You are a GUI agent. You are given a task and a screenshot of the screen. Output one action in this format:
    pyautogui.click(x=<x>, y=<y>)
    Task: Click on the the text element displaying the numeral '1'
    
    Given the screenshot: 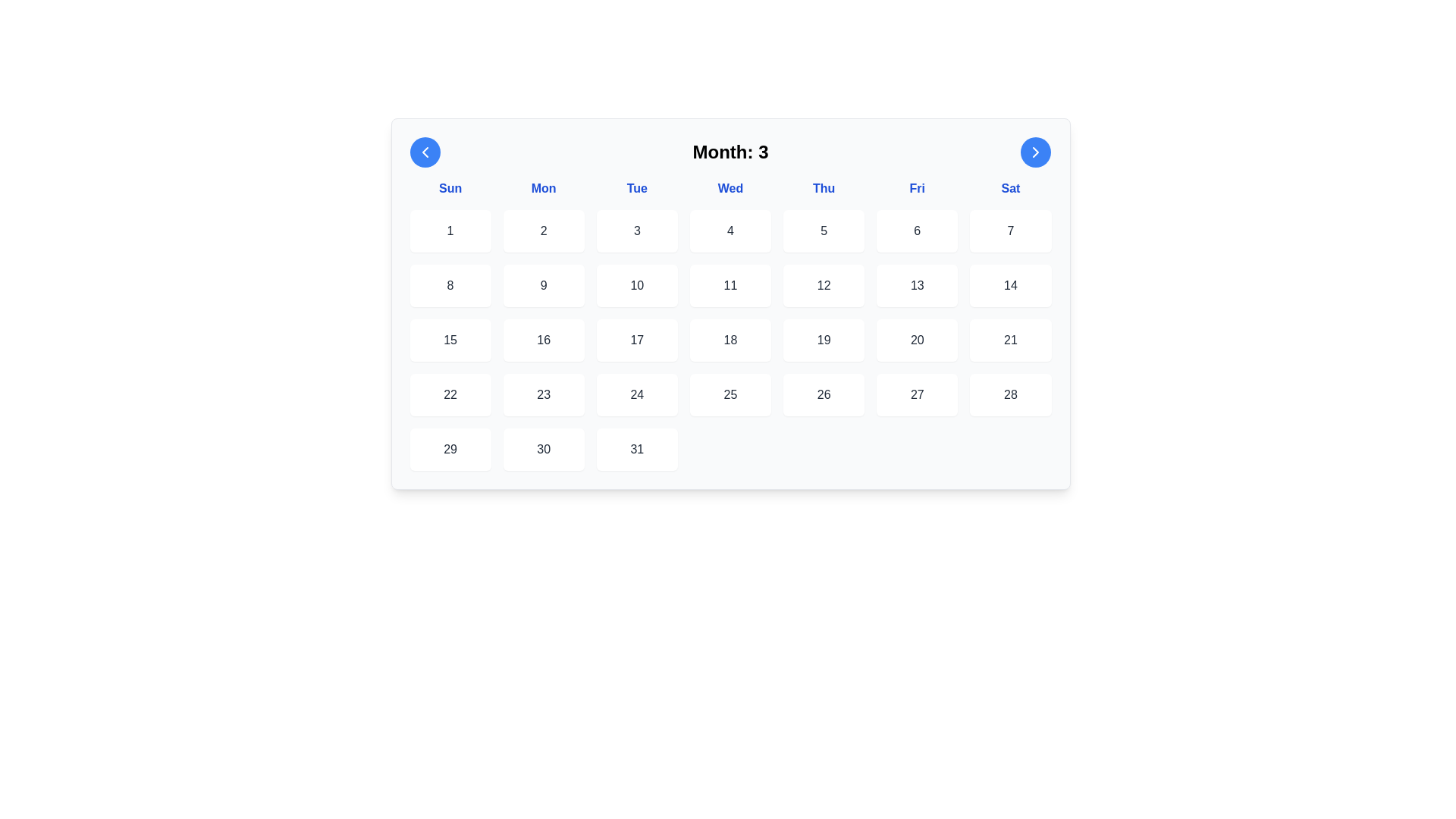 What is the action you would take?
    pyautogui.click(x=450, y=231)
    